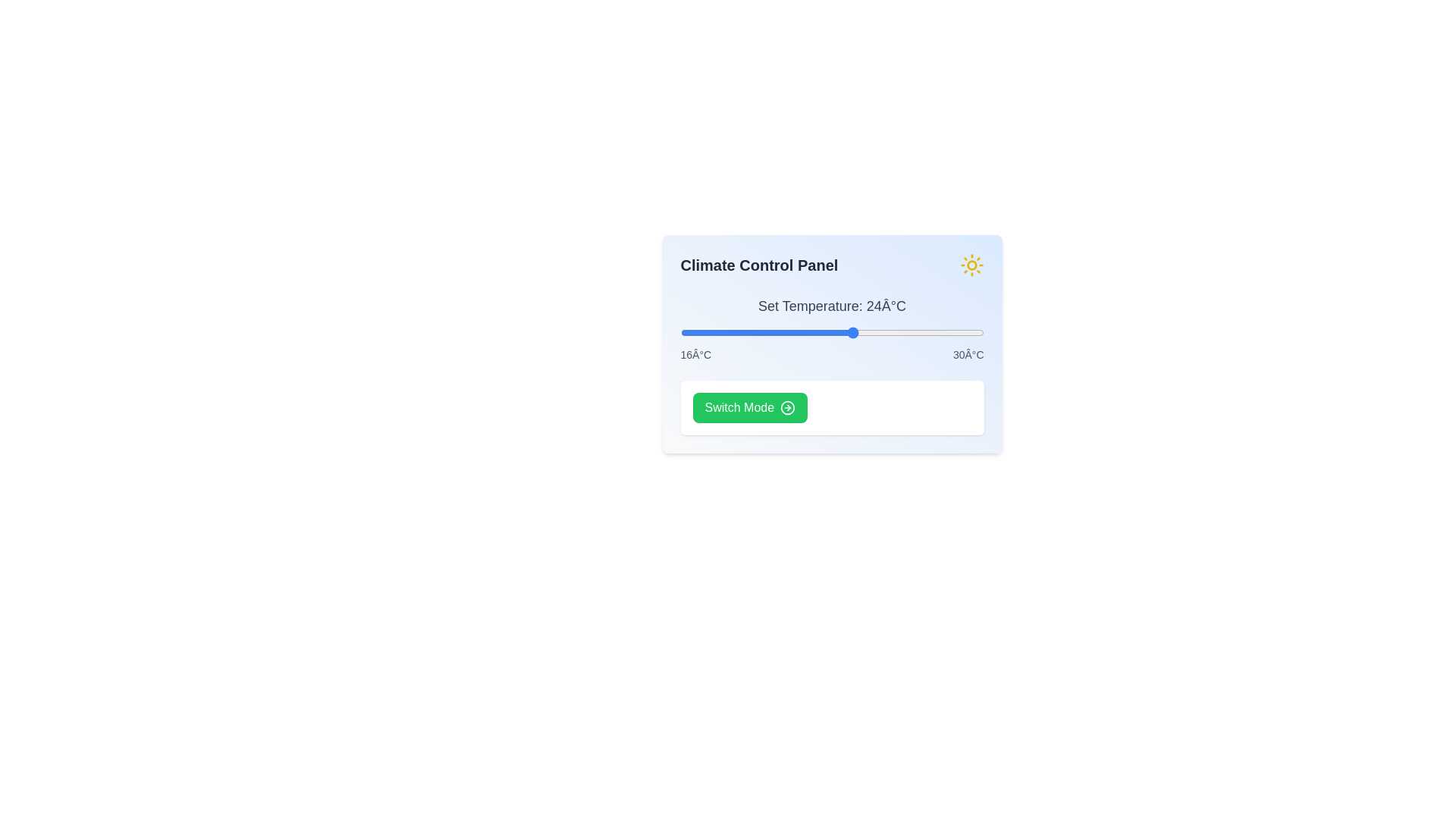  What do you see at coordinates (788, 406) in the screenshot?
I see `the graphical circle element within the 'Switch Mode' button, which is part of an SVG group` at bounding box center [788, 406].